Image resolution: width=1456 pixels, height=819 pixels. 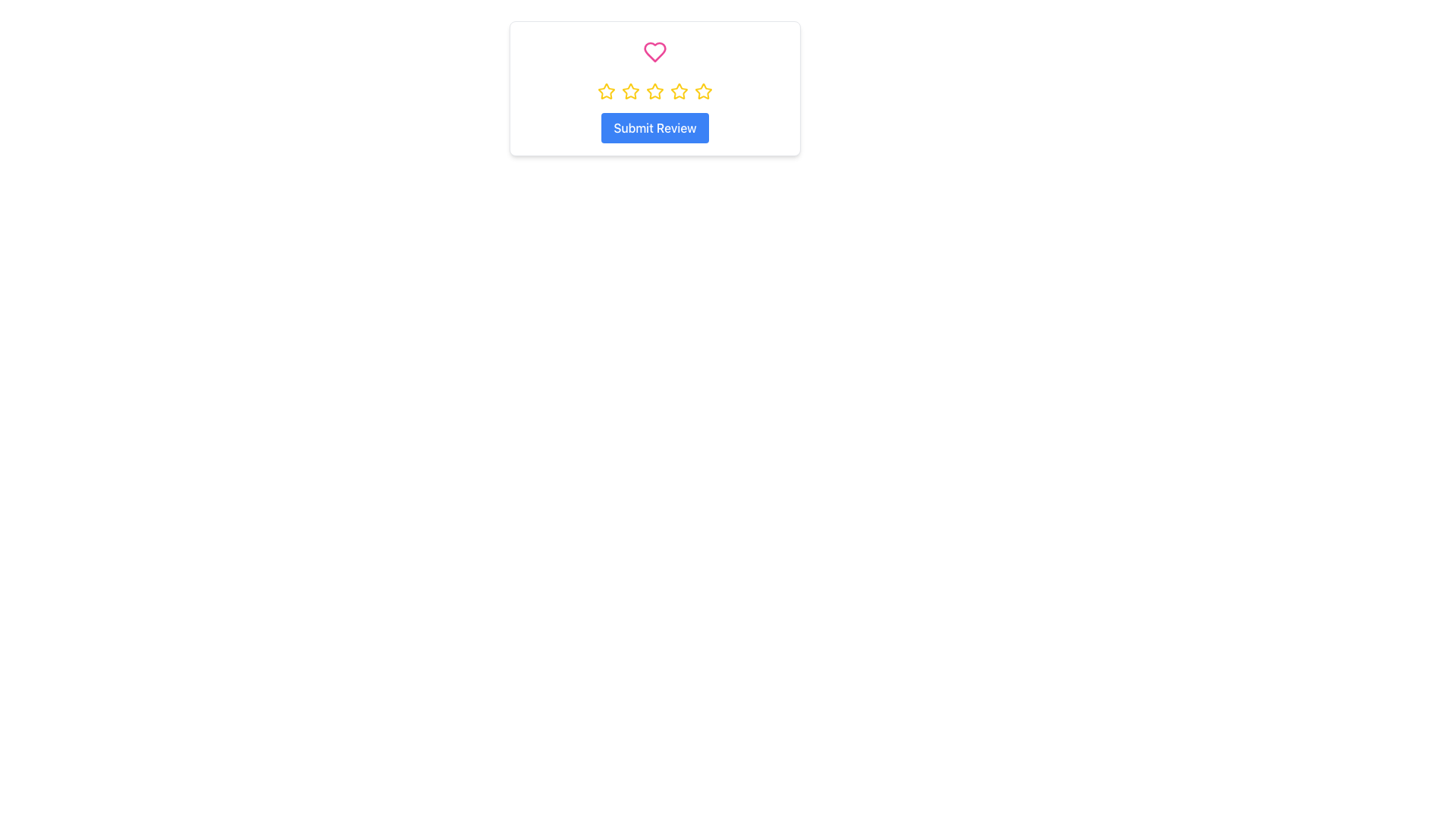 I want to click on the first yellow star icon, so click(x=607, y=91).